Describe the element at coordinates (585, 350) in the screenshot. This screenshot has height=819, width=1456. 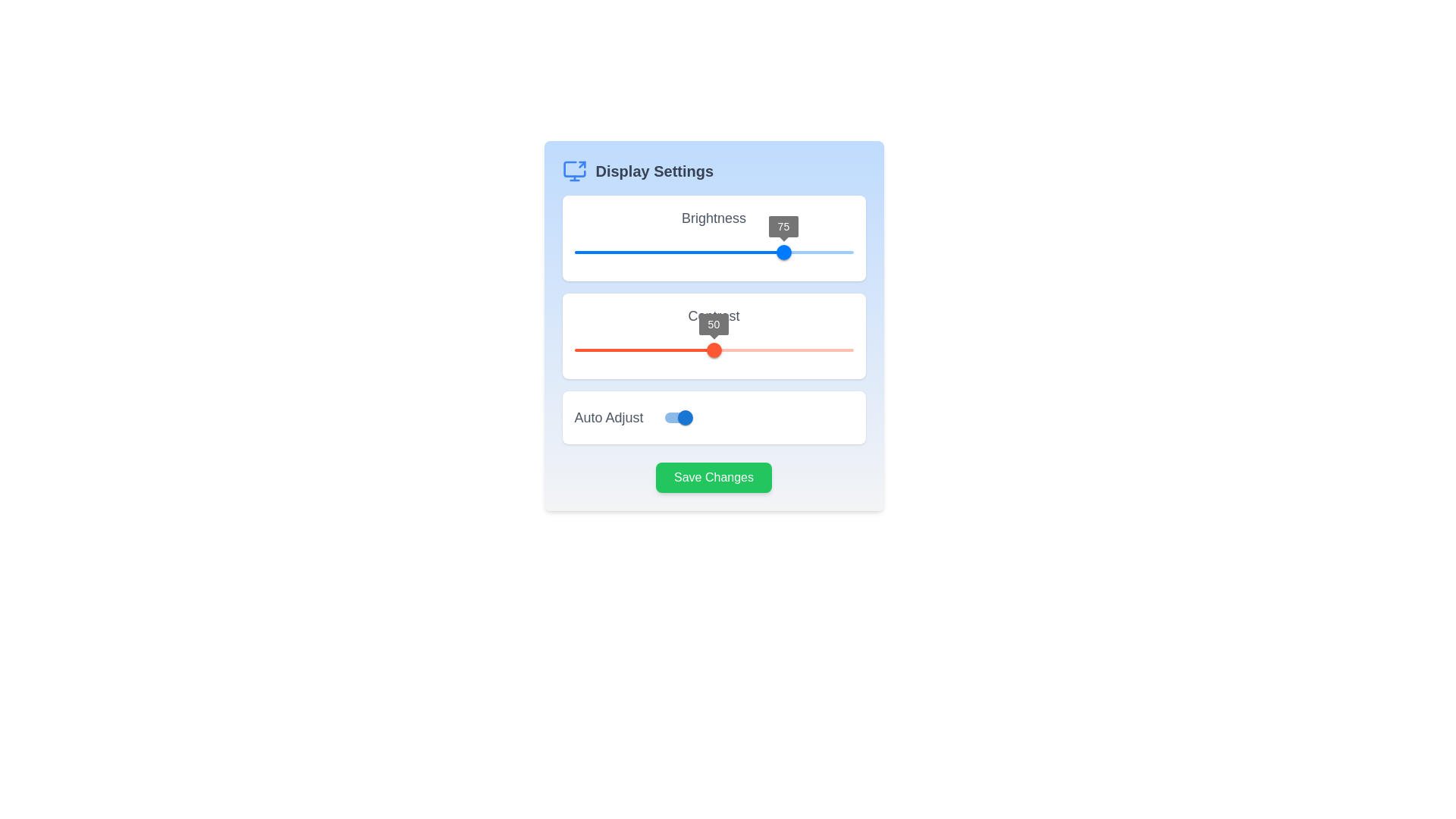
I see `contrast slider` at that location.